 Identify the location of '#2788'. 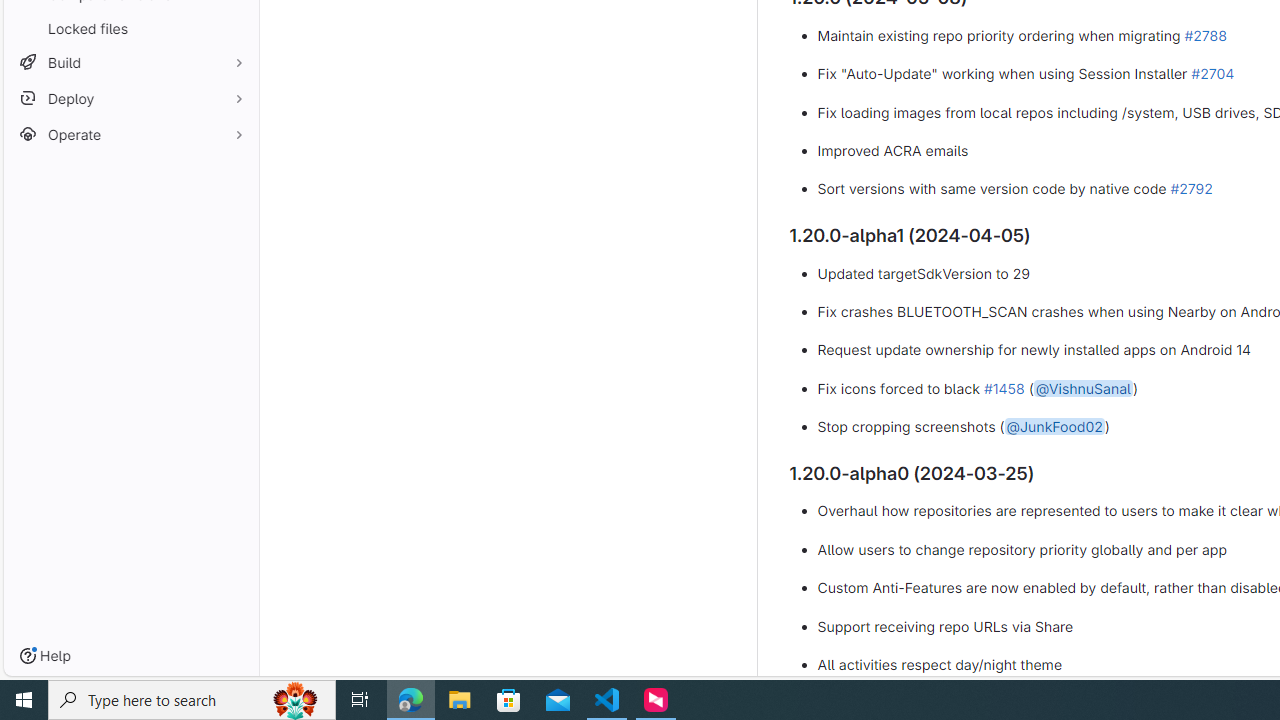
(1204, 34).